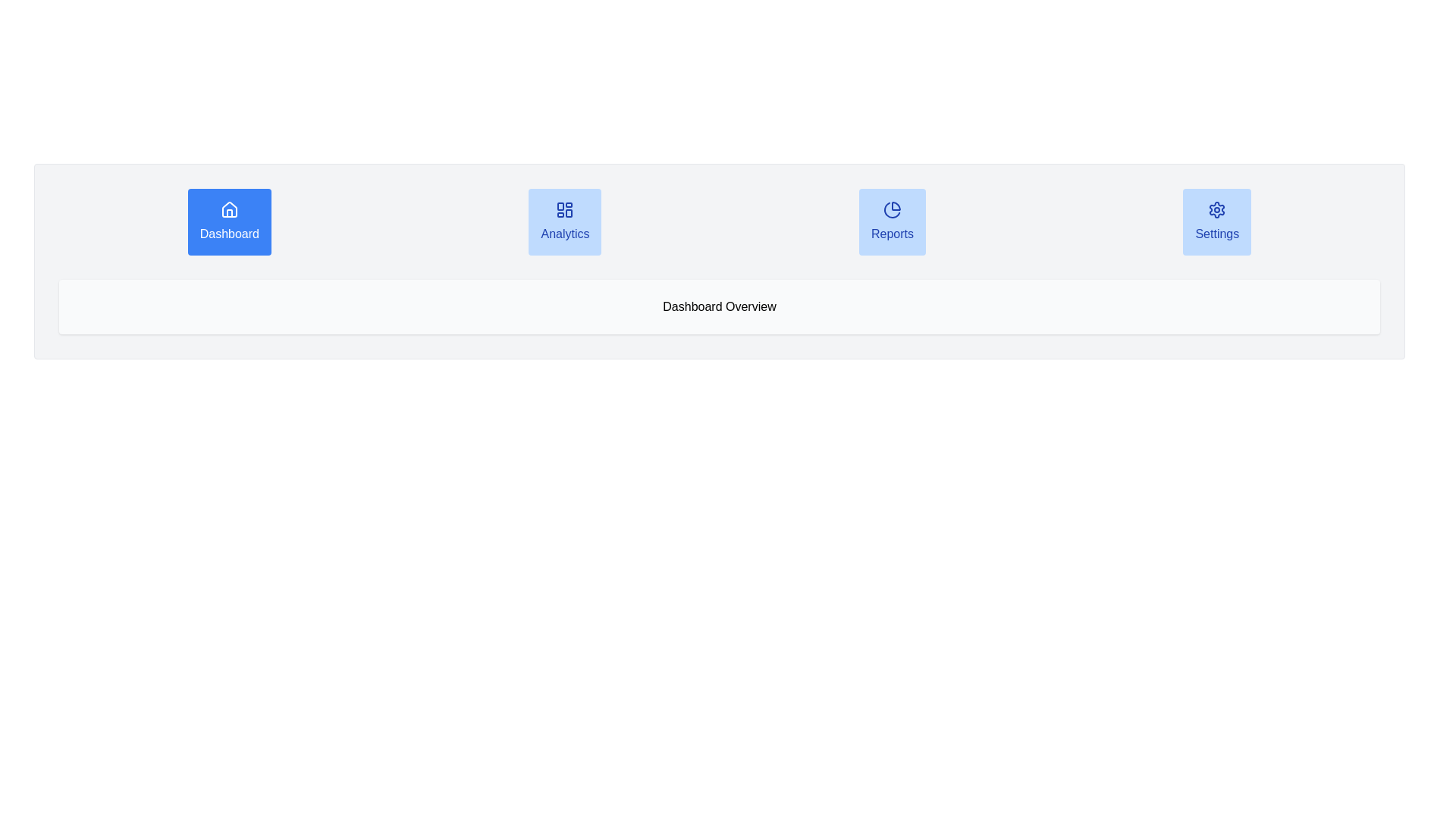 Image resolution: width=1456 pixels, height=819 pixels. I want to click on the 'Reports' button in the navigation bar to interact with the 'Reports' feature, so click(892, 210).